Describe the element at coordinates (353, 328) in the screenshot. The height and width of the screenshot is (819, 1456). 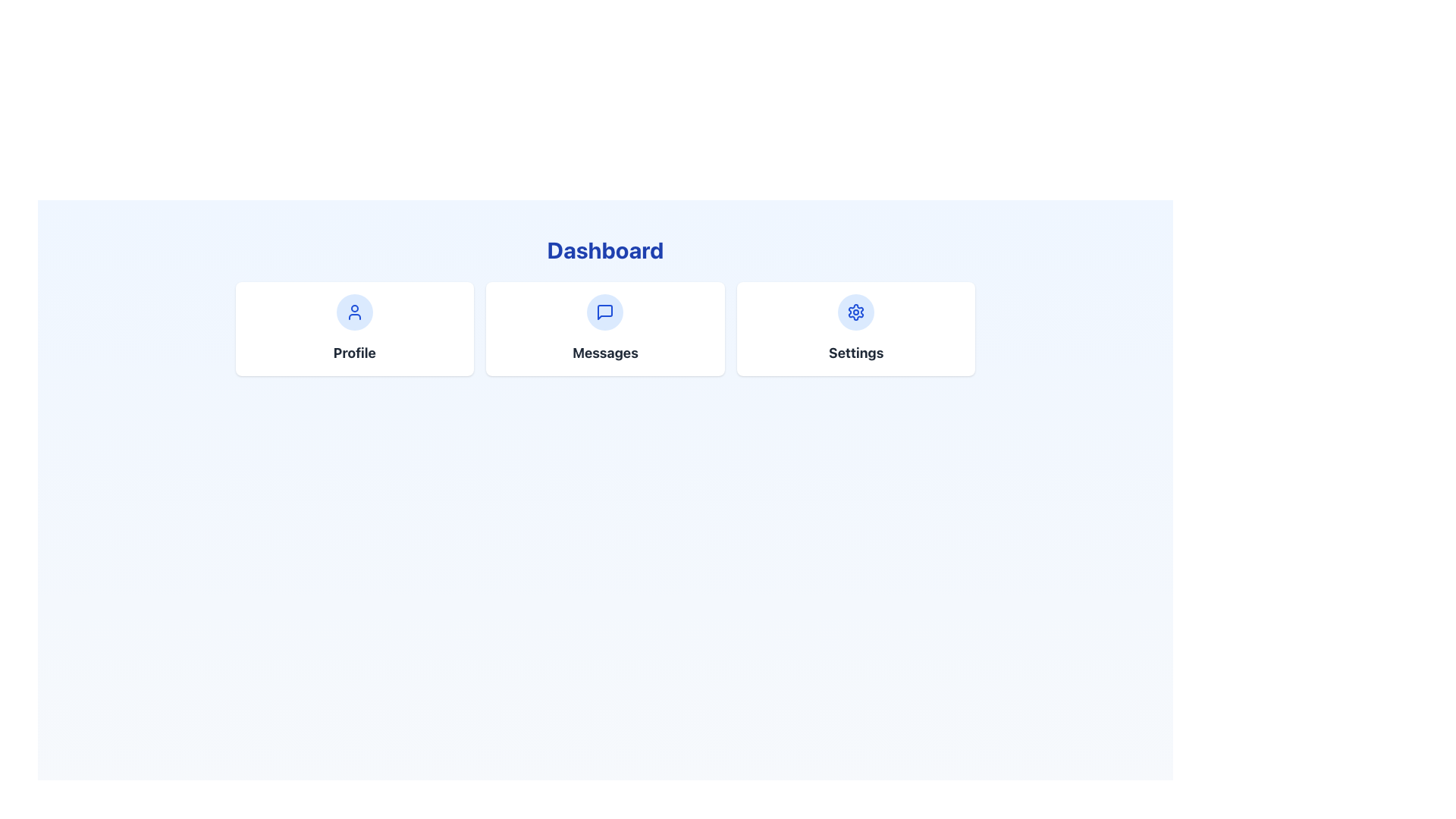
I see `the Navigational Card located in the top-left of the three-card layout` at that location.